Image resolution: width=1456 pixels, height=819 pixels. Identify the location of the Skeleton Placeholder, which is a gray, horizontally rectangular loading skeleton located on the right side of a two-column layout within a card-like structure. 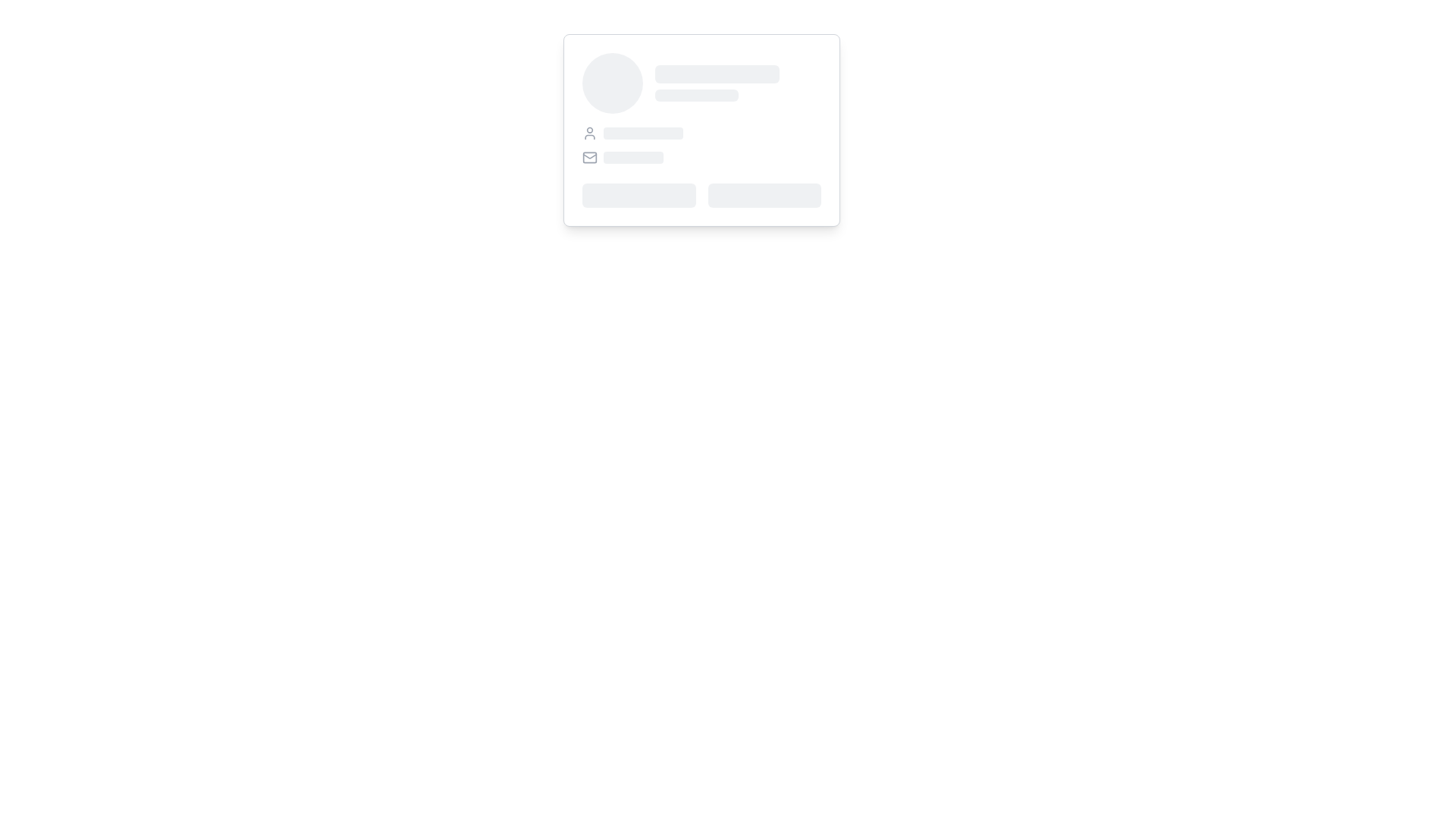
(764, 195).